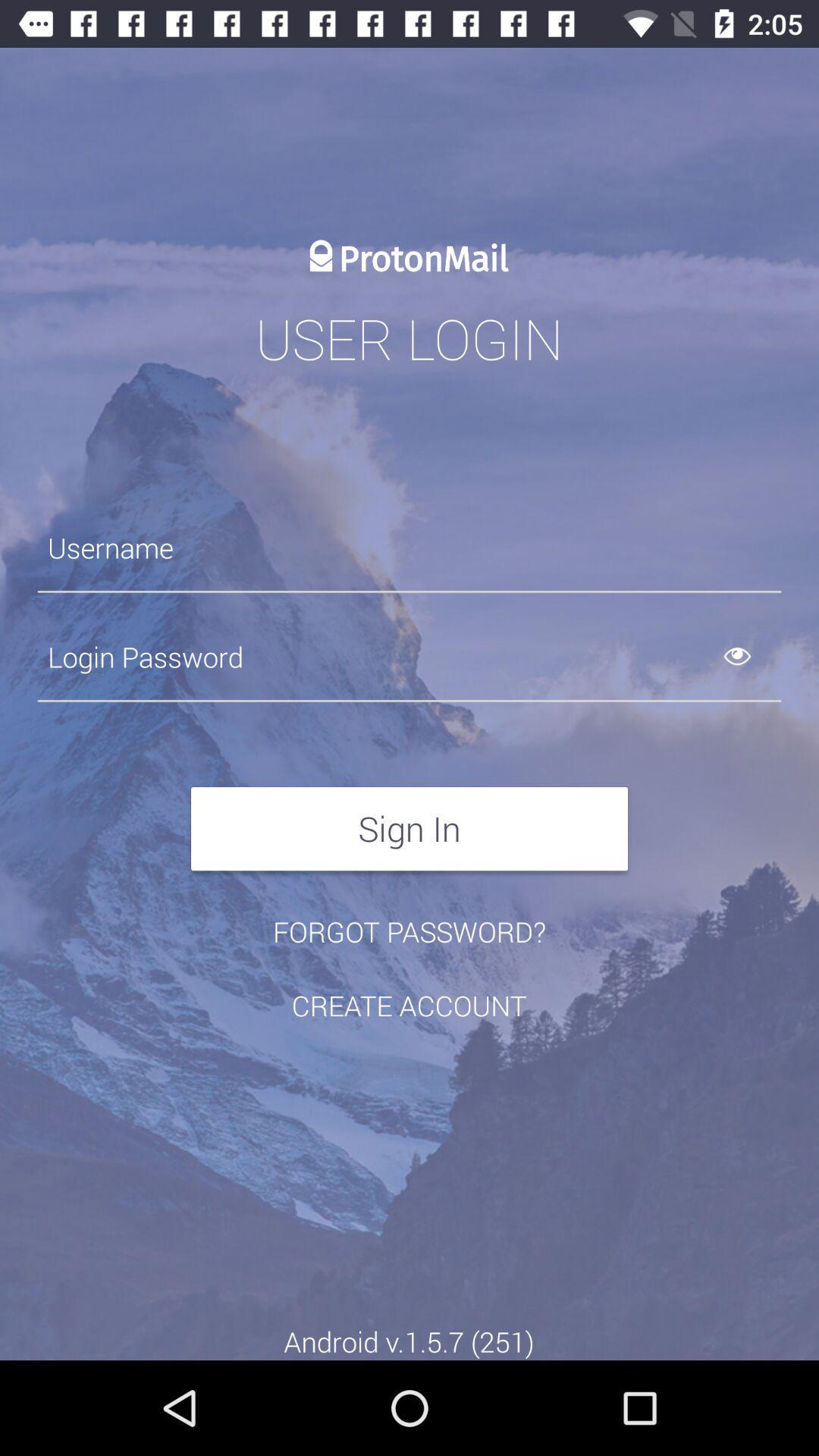  I want to click on icon above create account, so click(409, 930).